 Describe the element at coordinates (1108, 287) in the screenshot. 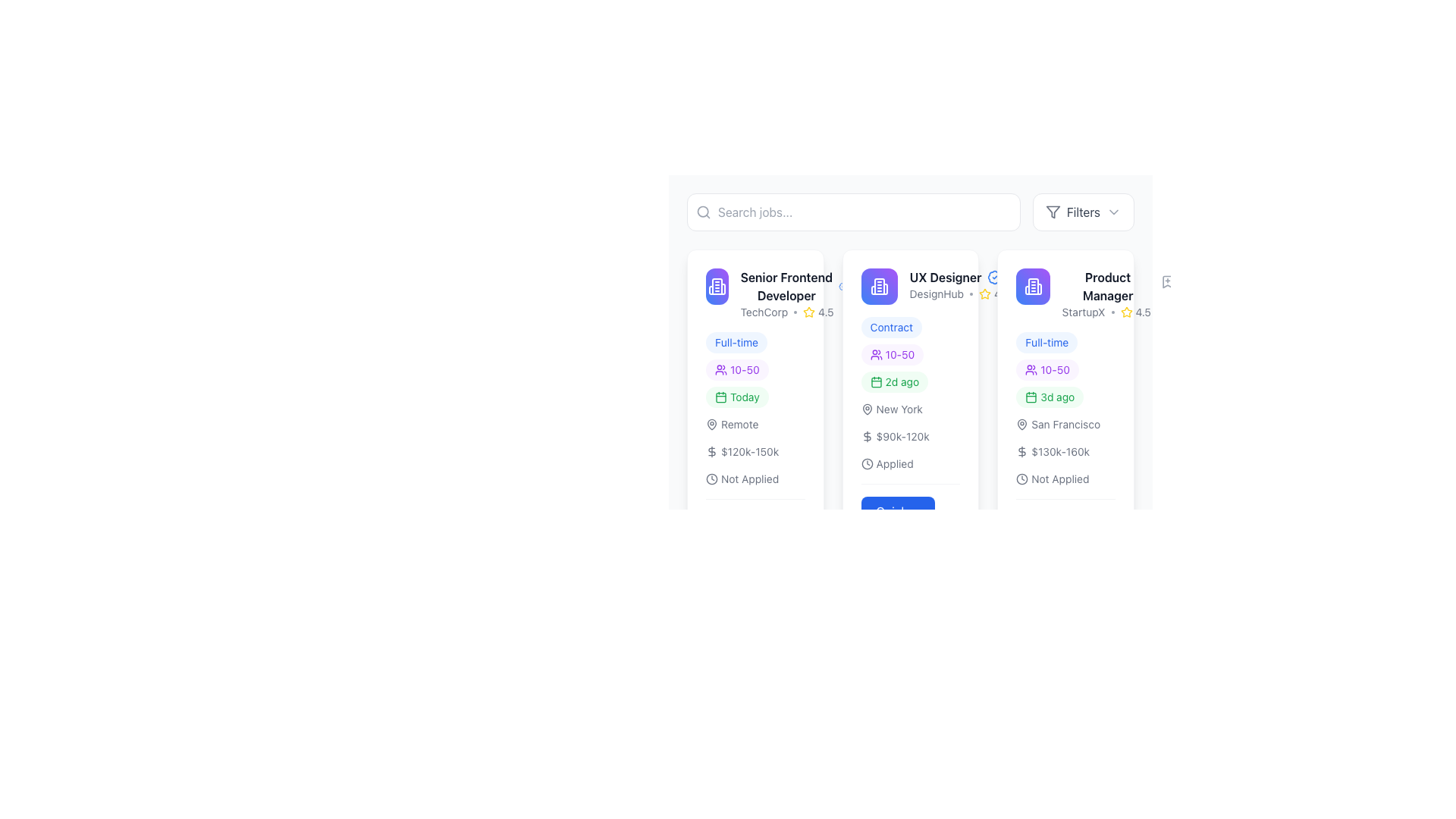

I see `job title label located at the top-center of the job listing card, which identifies the specific job role being described` at that location.